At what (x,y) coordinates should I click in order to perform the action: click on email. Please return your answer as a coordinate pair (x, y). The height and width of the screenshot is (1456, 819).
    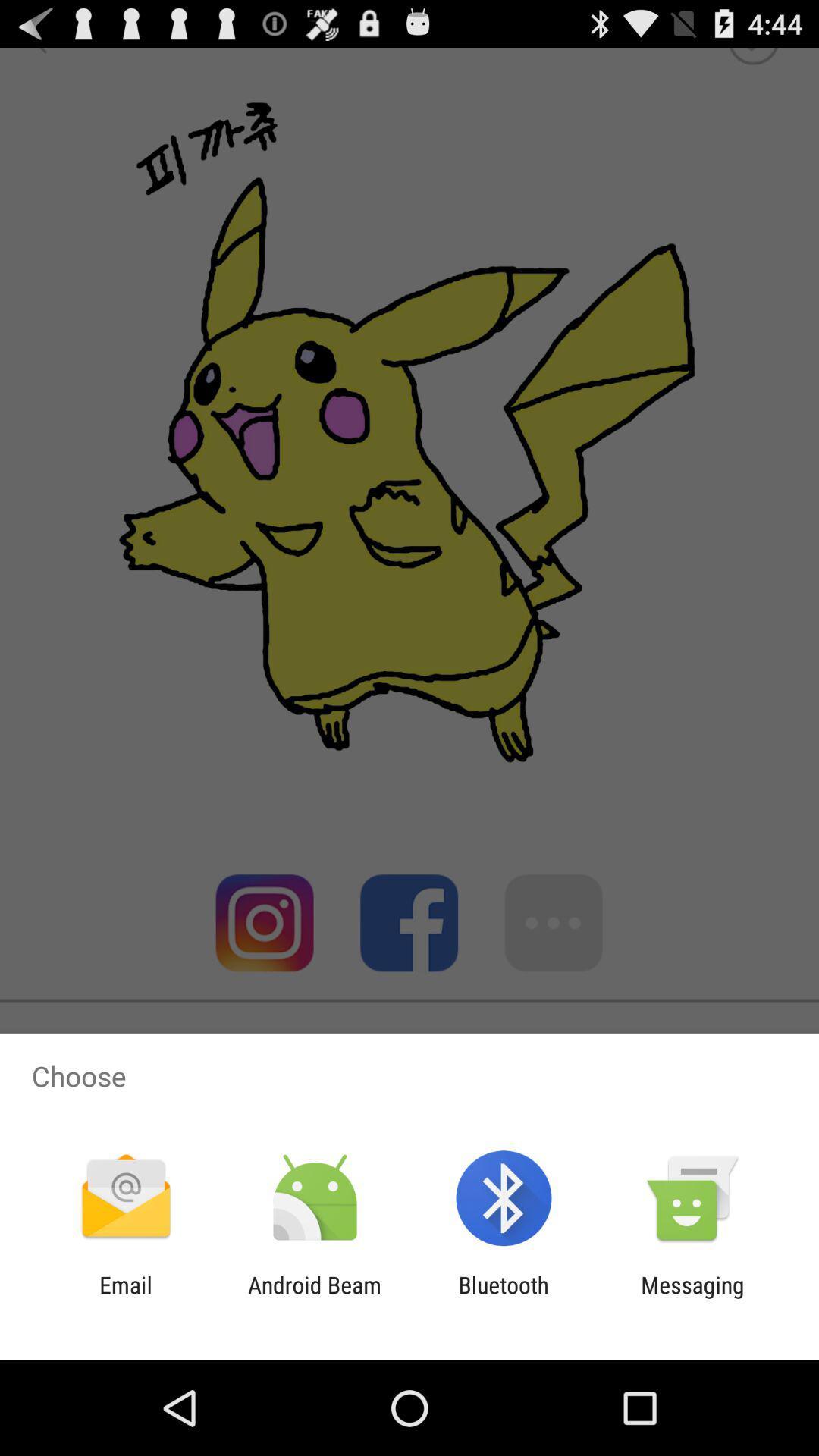
    Looking at the image, I should click on (125, 1298).